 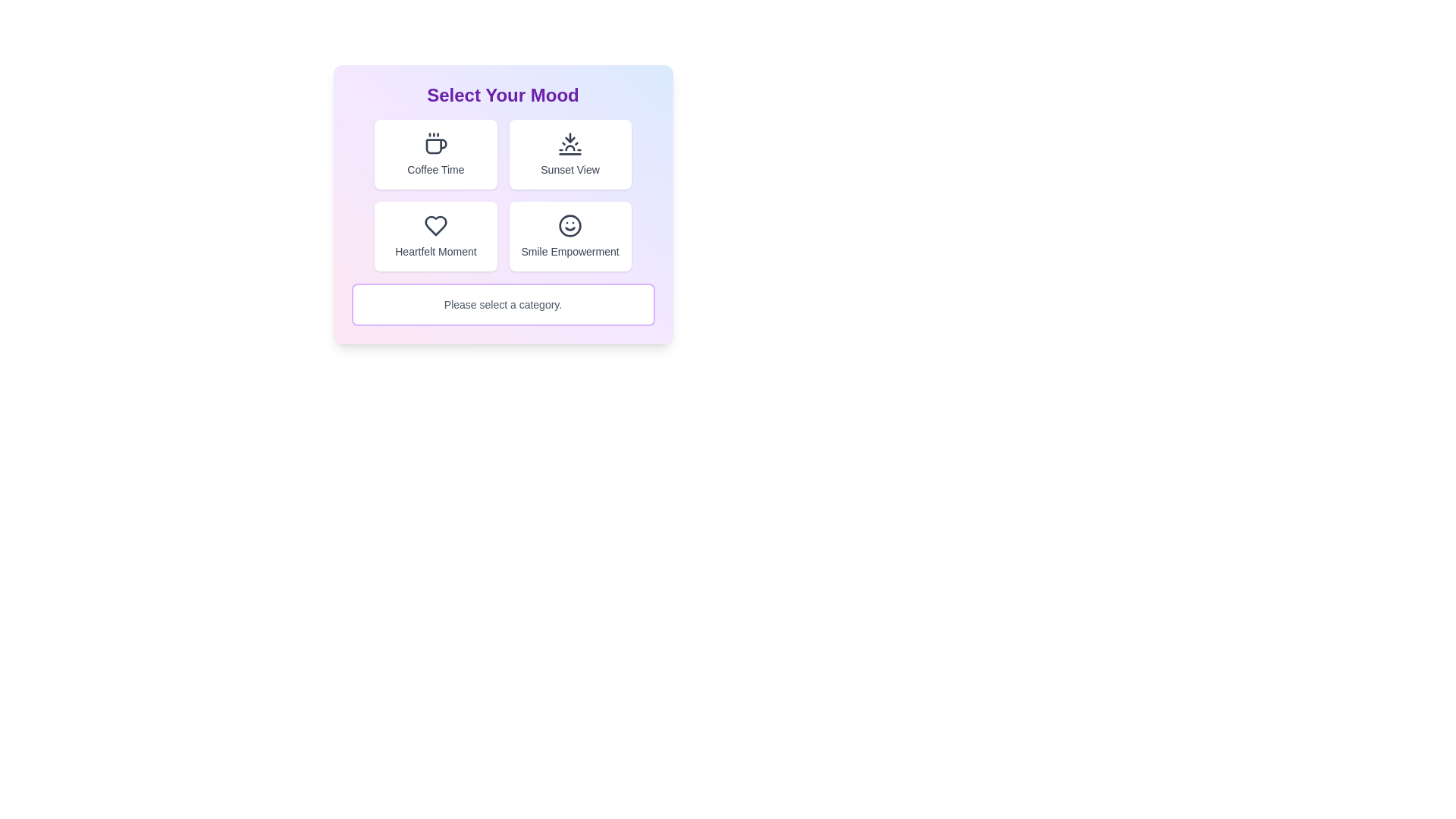 What do you see at coordinates (435, 250) in the screenshot?
I see `text label that says 'Heartfelt Moment' located in the bottom-left selectable card of the UI, positioned below a heart-shaped icon` at bounding box center [435, 250].